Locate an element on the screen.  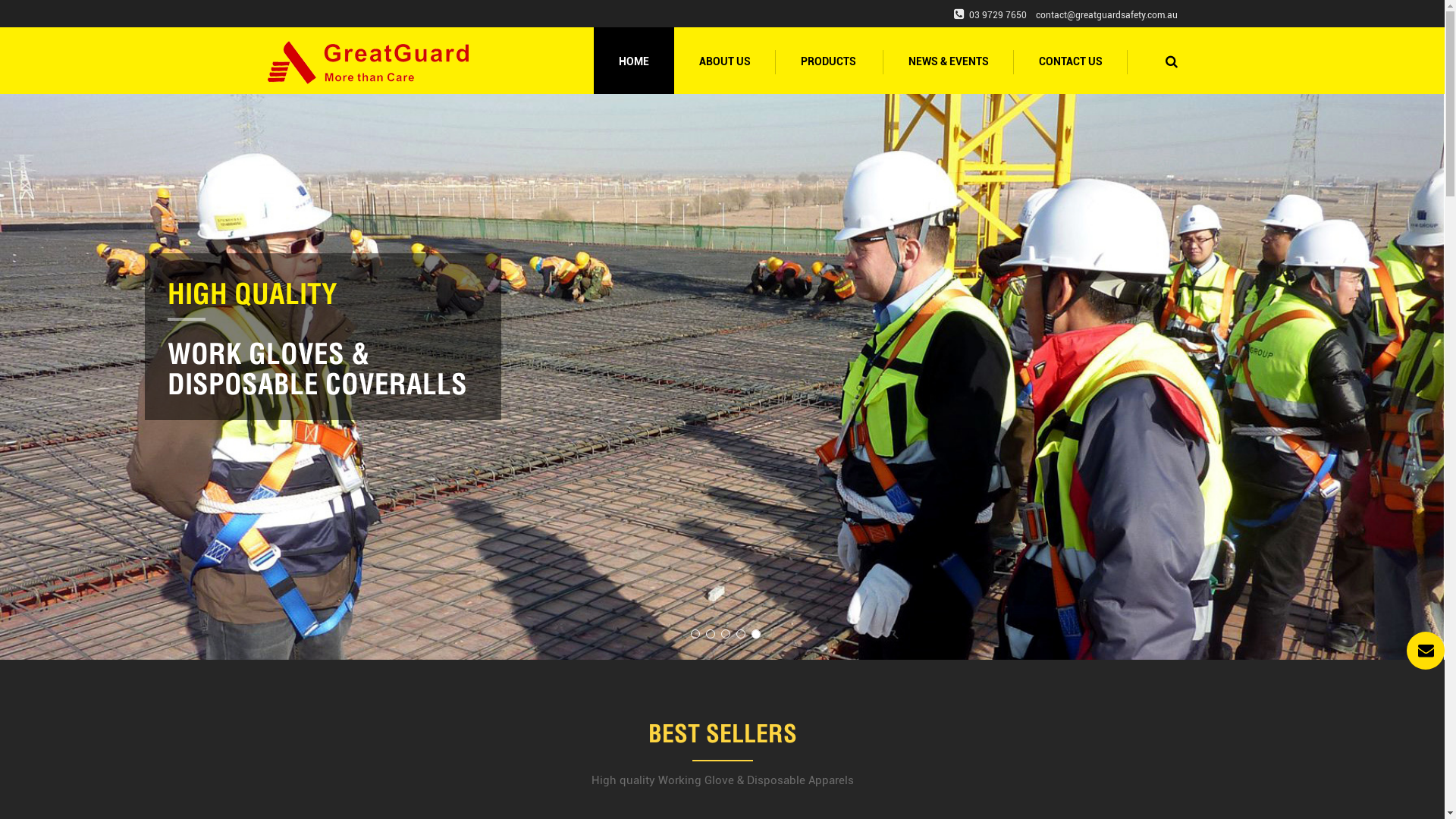
'PRODUCTS' is located at coordinates (828, 60).